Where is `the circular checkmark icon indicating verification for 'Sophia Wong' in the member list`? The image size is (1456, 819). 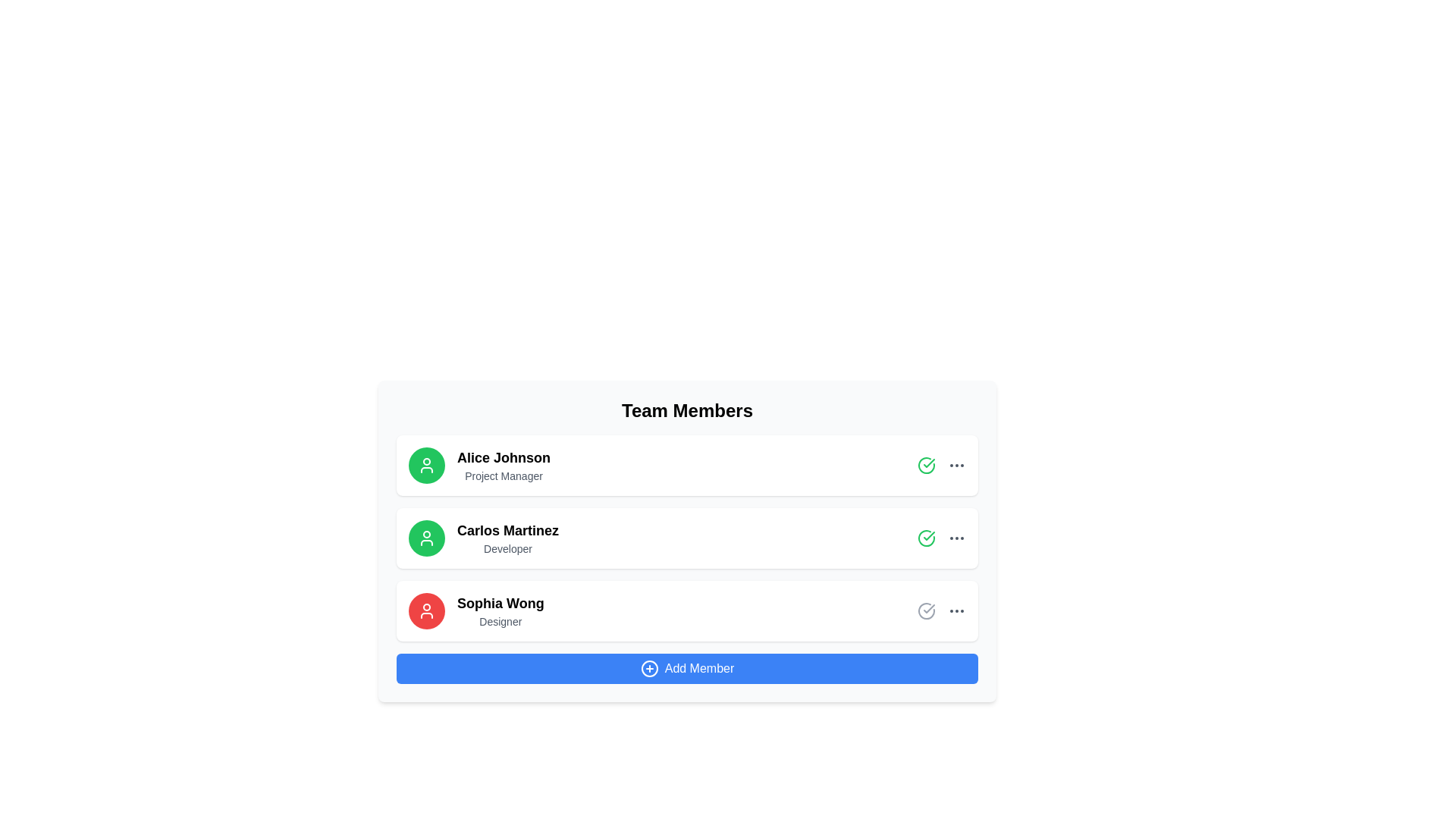 the circular checkmark icon indicating verification for 'Sophia Wong' in the member list is located at coordinates (926, 610).